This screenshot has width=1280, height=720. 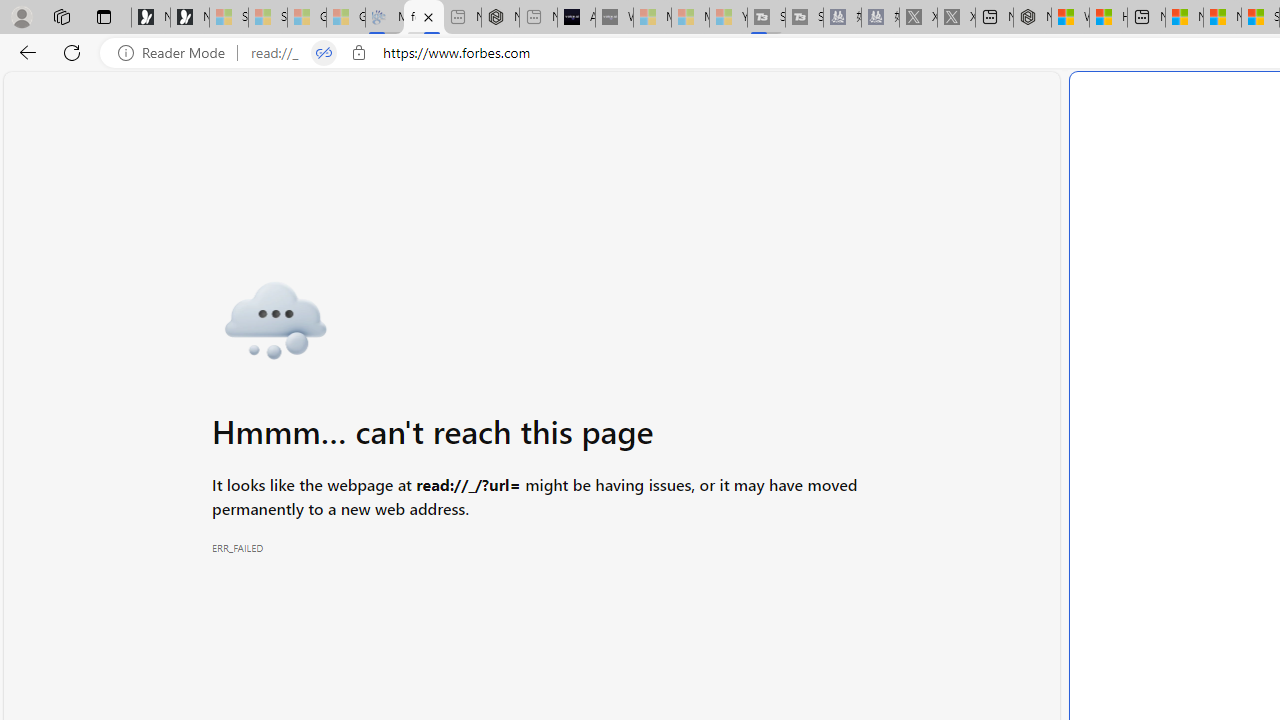 I want to click on 'Nordace - #1 Japanese Best-Seller - Siena Smart Backpack', so click(x=500, y=17).